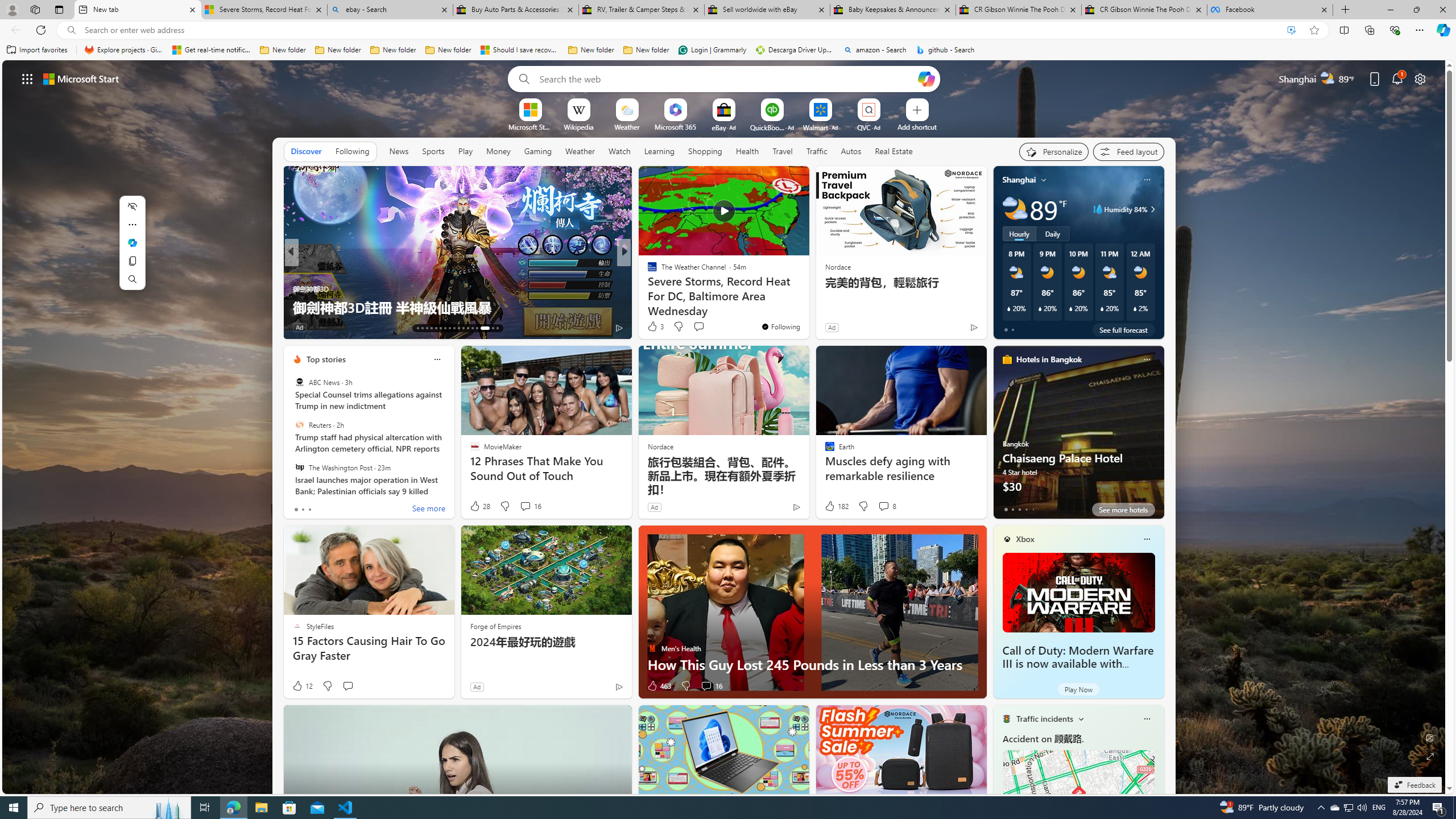 This screenshot has height=819, width=1456. What do you see at coordinates (1419, 29) in the screenshot?
I see `'Settings and more (Alt+F)'` at bounding box center [1419, 29].